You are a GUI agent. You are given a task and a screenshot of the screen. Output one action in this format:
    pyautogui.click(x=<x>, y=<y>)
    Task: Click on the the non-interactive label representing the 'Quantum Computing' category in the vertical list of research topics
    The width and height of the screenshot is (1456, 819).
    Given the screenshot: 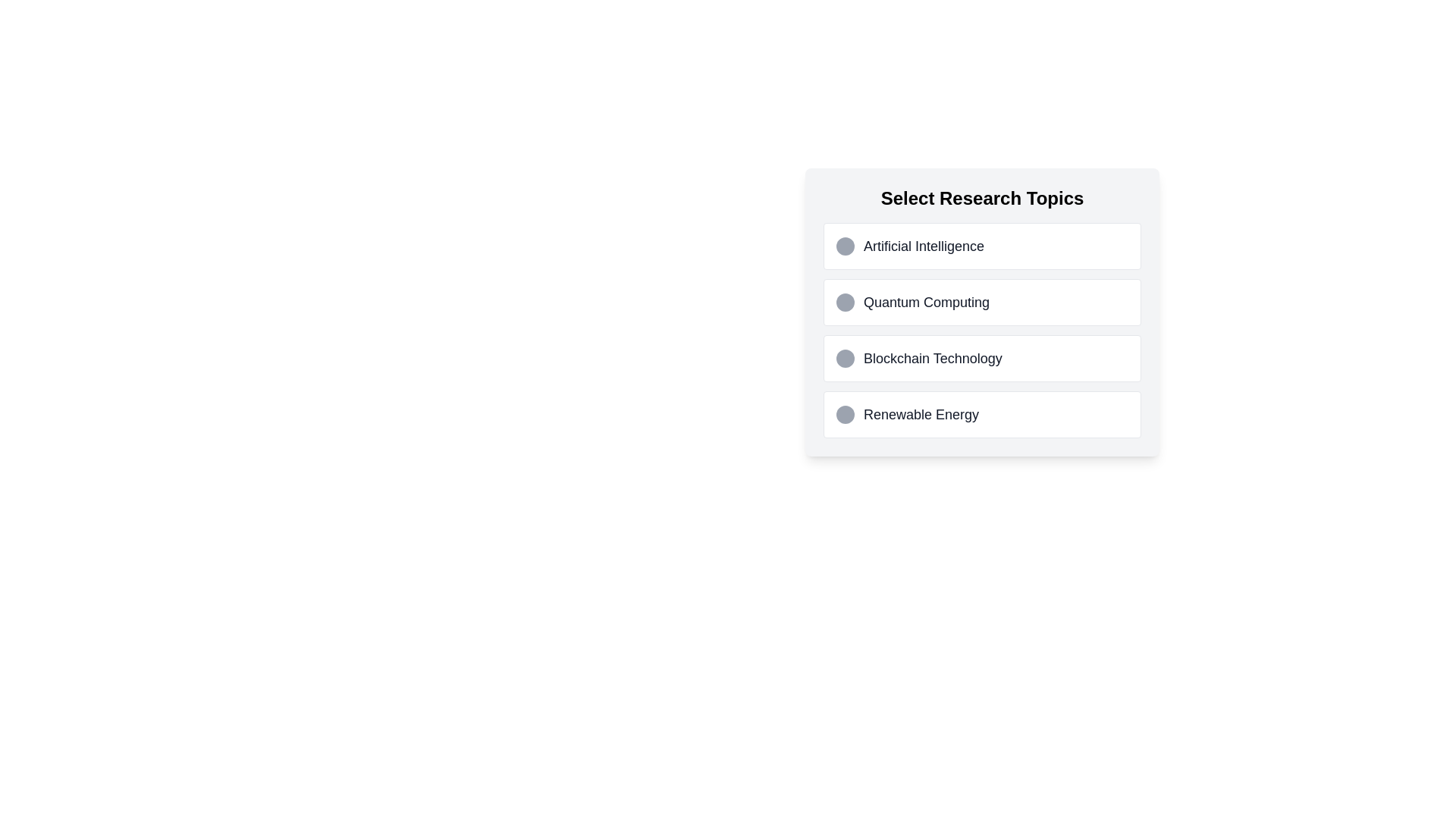 What is the action you would take?
    pyautogui.click(x=982, y=302)
    